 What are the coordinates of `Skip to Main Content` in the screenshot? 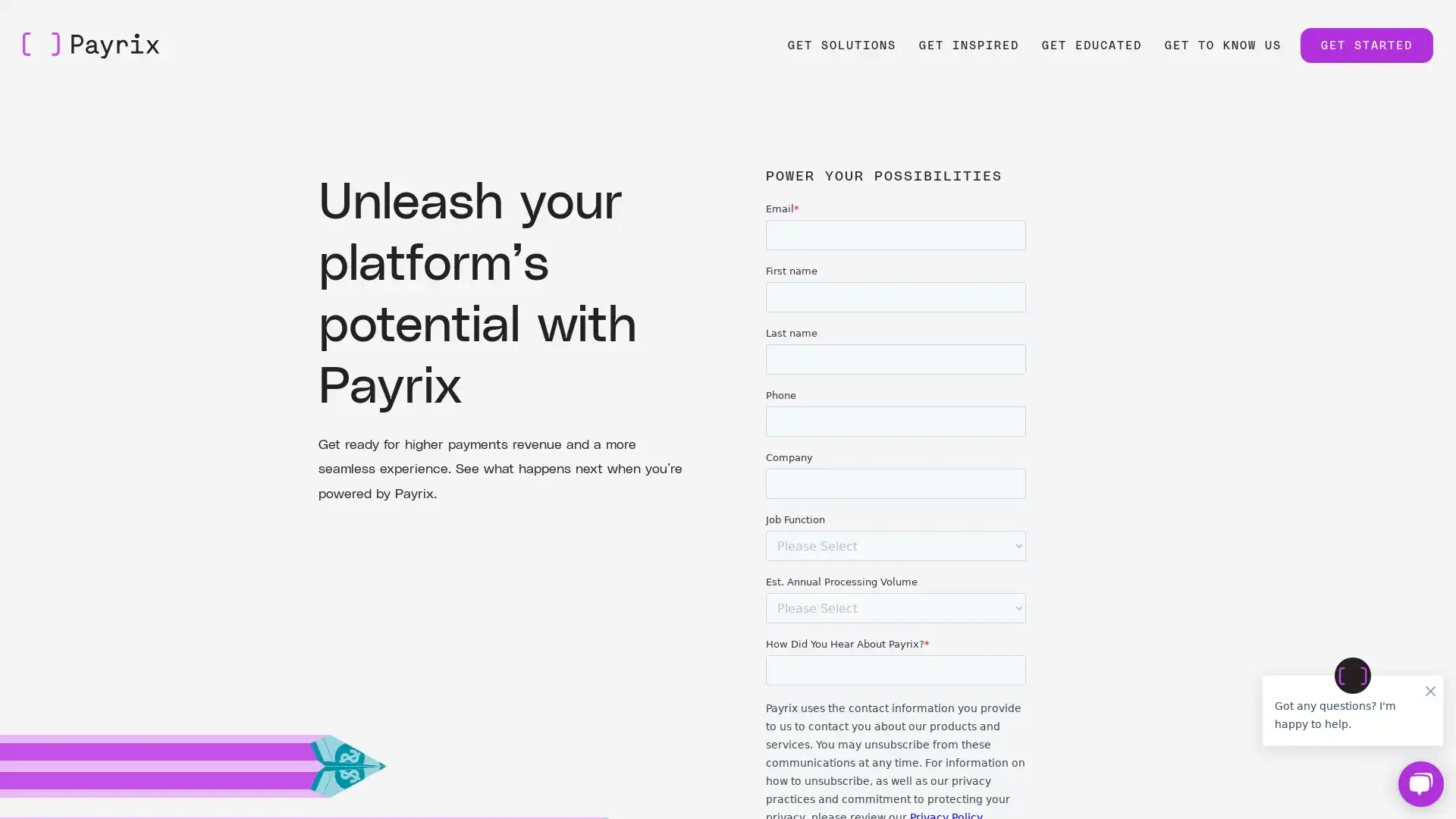 It's located at (15, 15).